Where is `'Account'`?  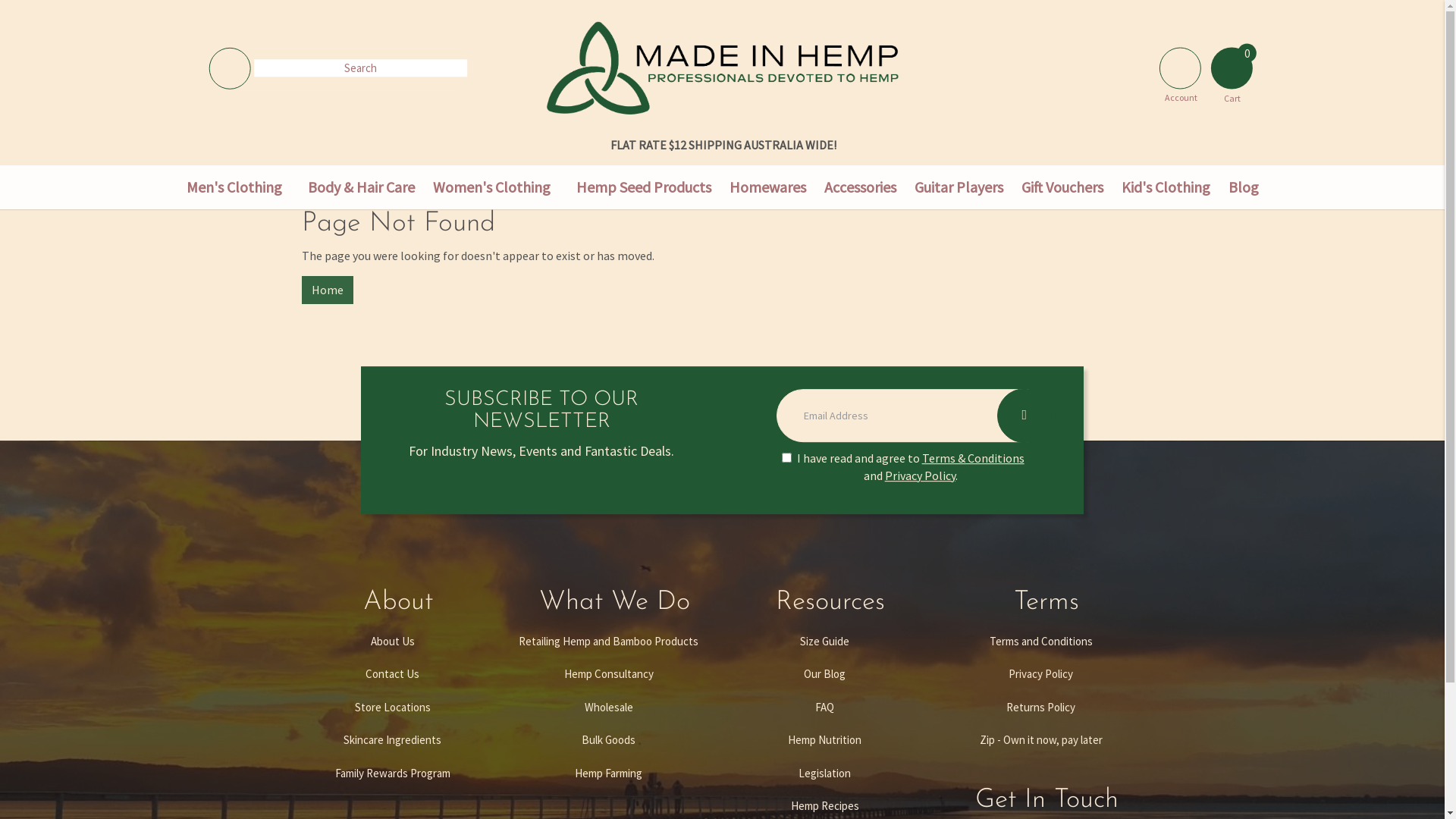
'Account' is located at coordinates (1151, 63).